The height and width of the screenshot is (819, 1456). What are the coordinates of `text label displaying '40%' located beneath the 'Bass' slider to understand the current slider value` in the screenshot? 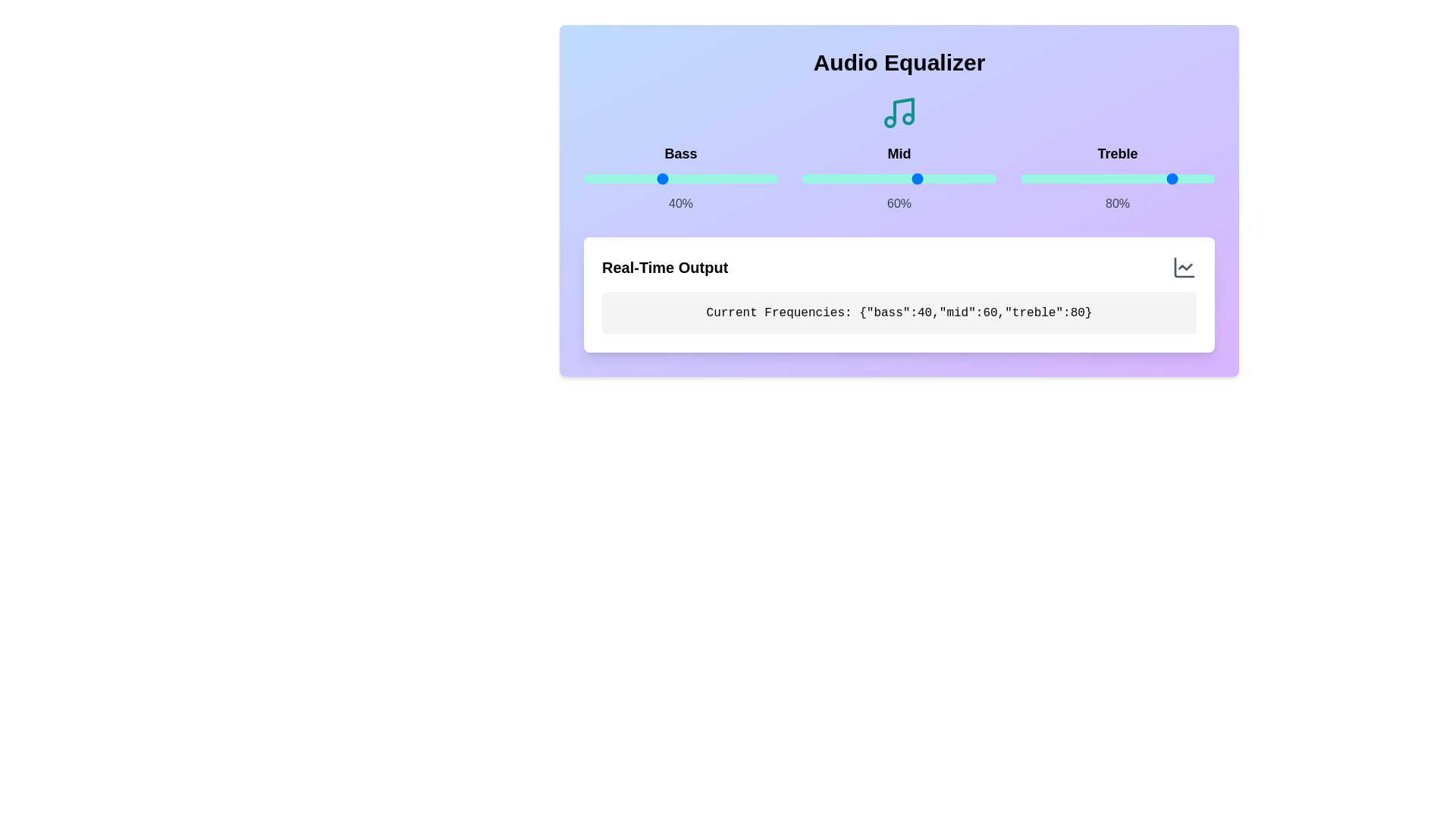 It's located at (679, 203).